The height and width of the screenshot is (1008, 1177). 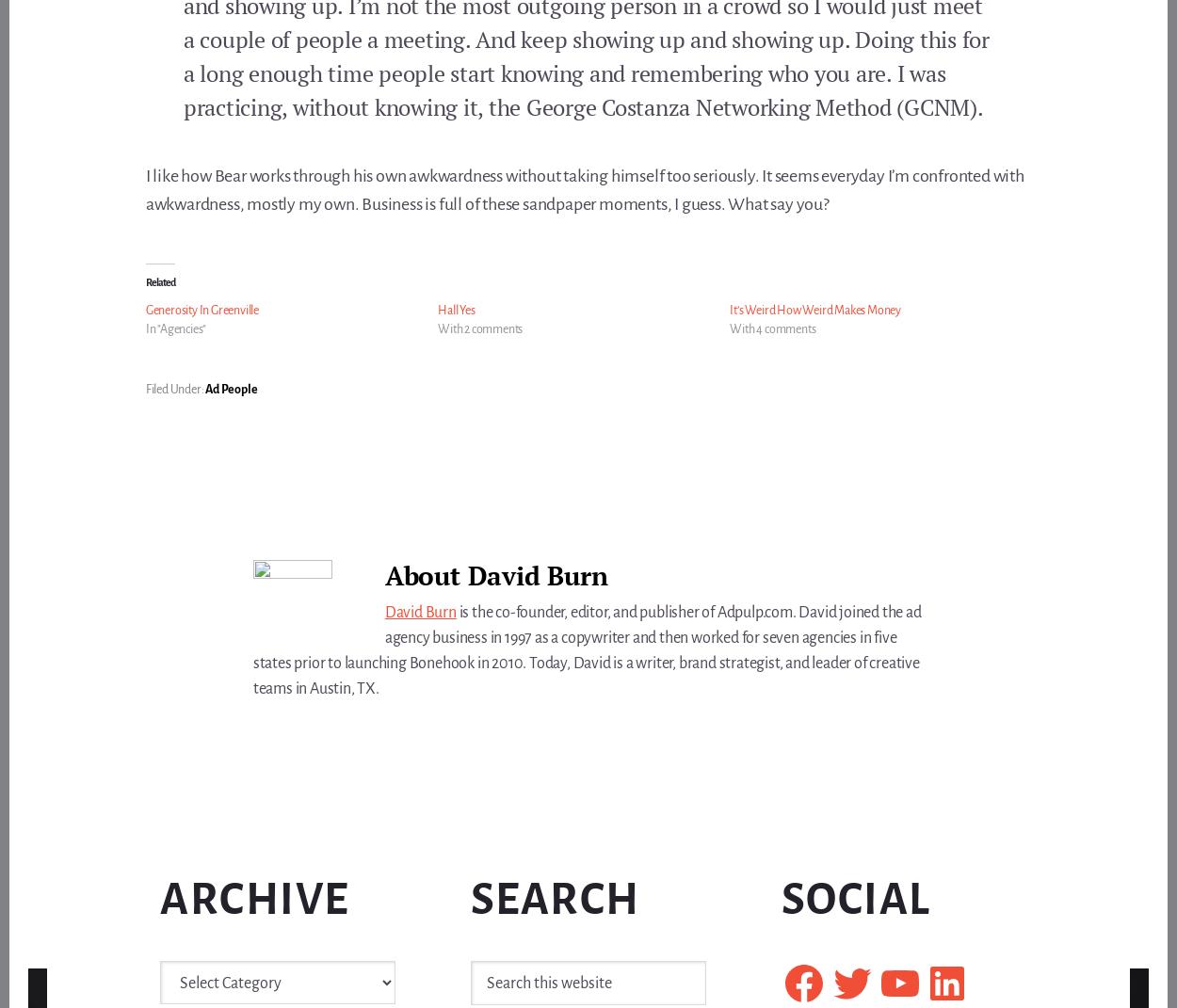 What do you see at coordinates (230, 388) in the screenshot?
I see `'Ad People'` at bounding box center [230, 388].